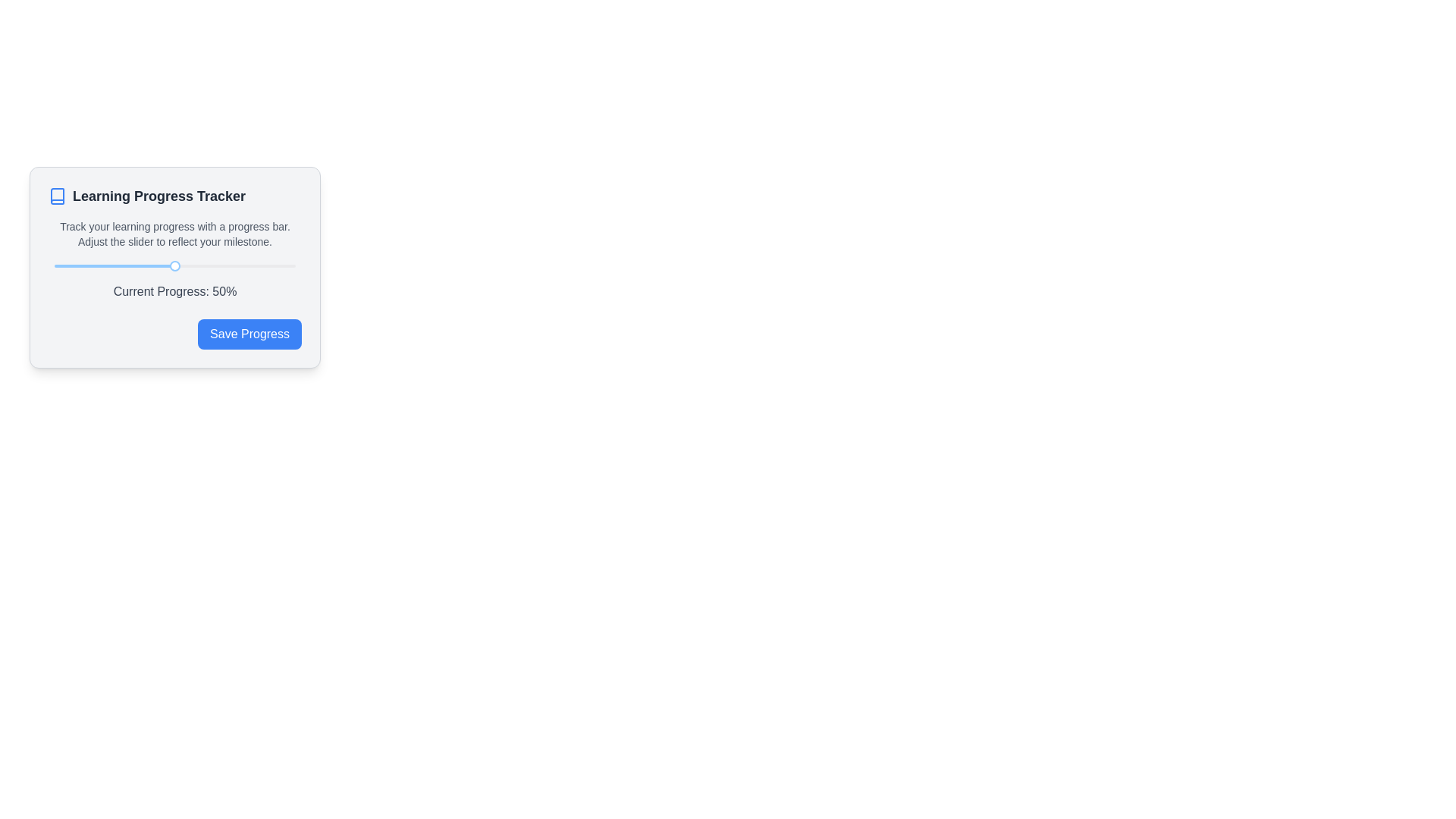 The width and height of the screenshot is (1456, 819). What do you see at coordinates (186, 265) in the screenshot?
I see `the current progress` at bounding box center [186, 265].